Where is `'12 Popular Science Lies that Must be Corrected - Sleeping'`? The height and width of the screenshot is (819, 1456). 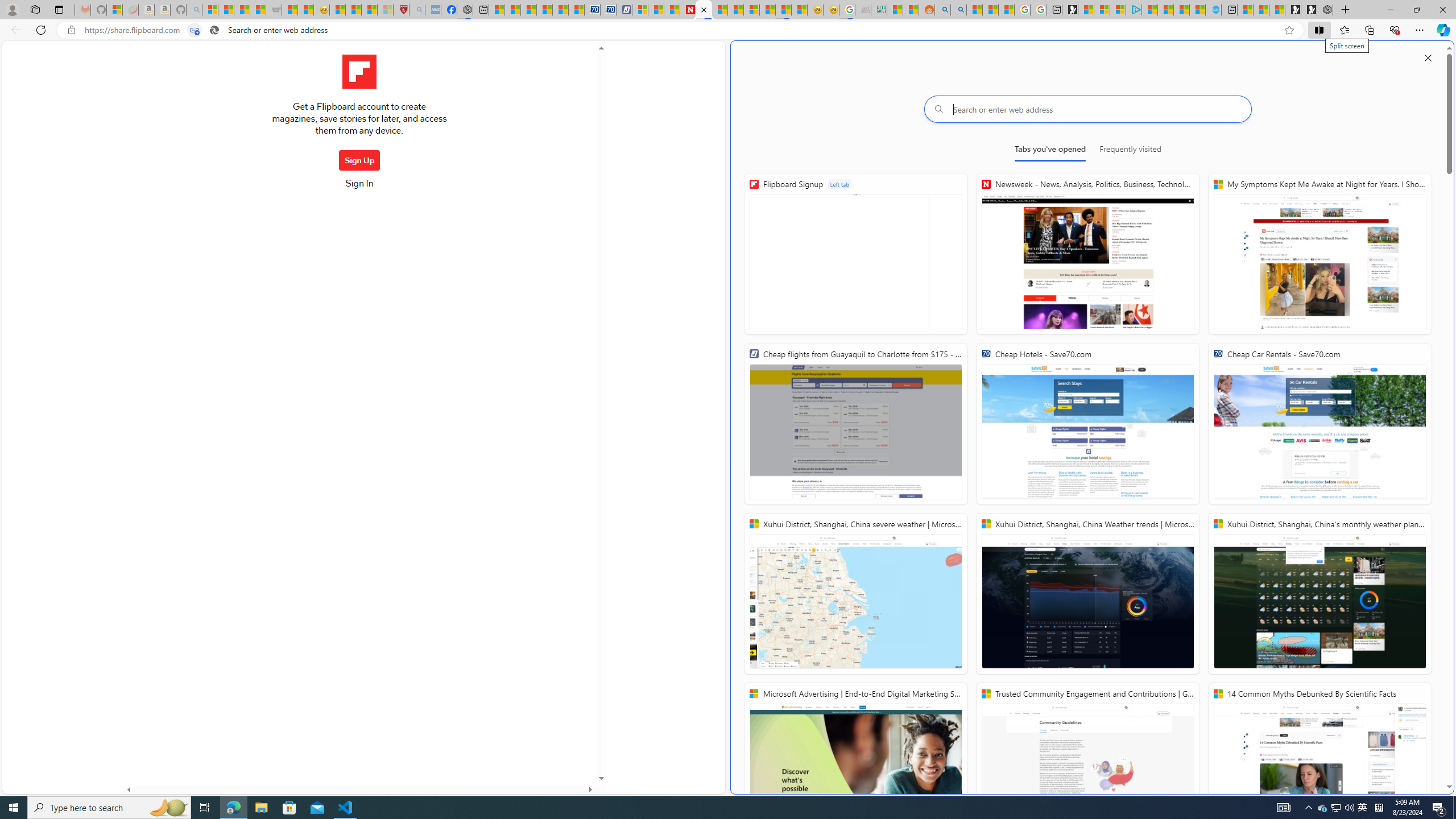
'12 Popular Science Lies that Must be Corrected - Sleeping' is located at coordinates (384, 9).